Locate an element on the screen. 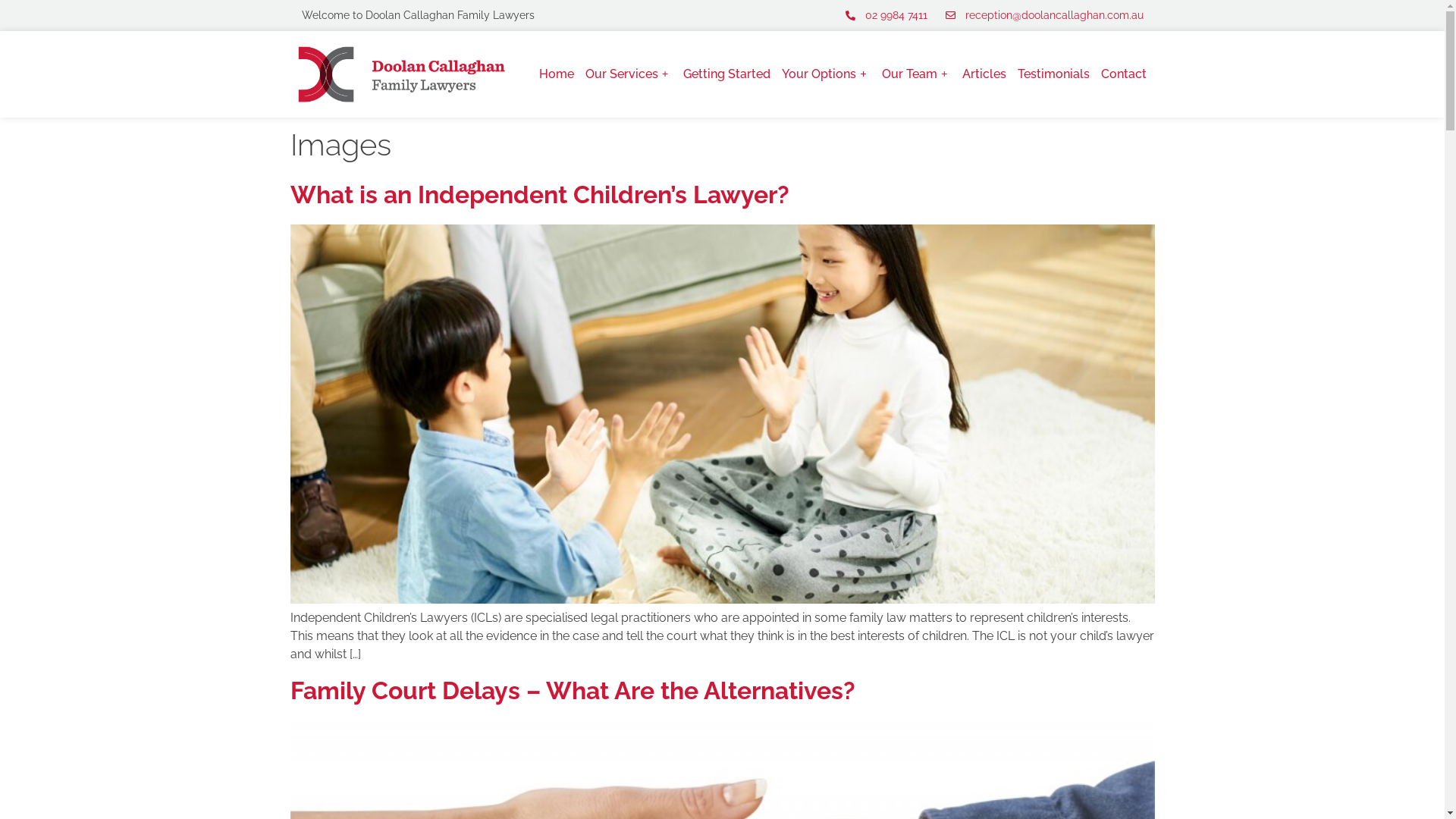  'reception@doolancallaghan.com.au' is located at coordinates (1041, 15).